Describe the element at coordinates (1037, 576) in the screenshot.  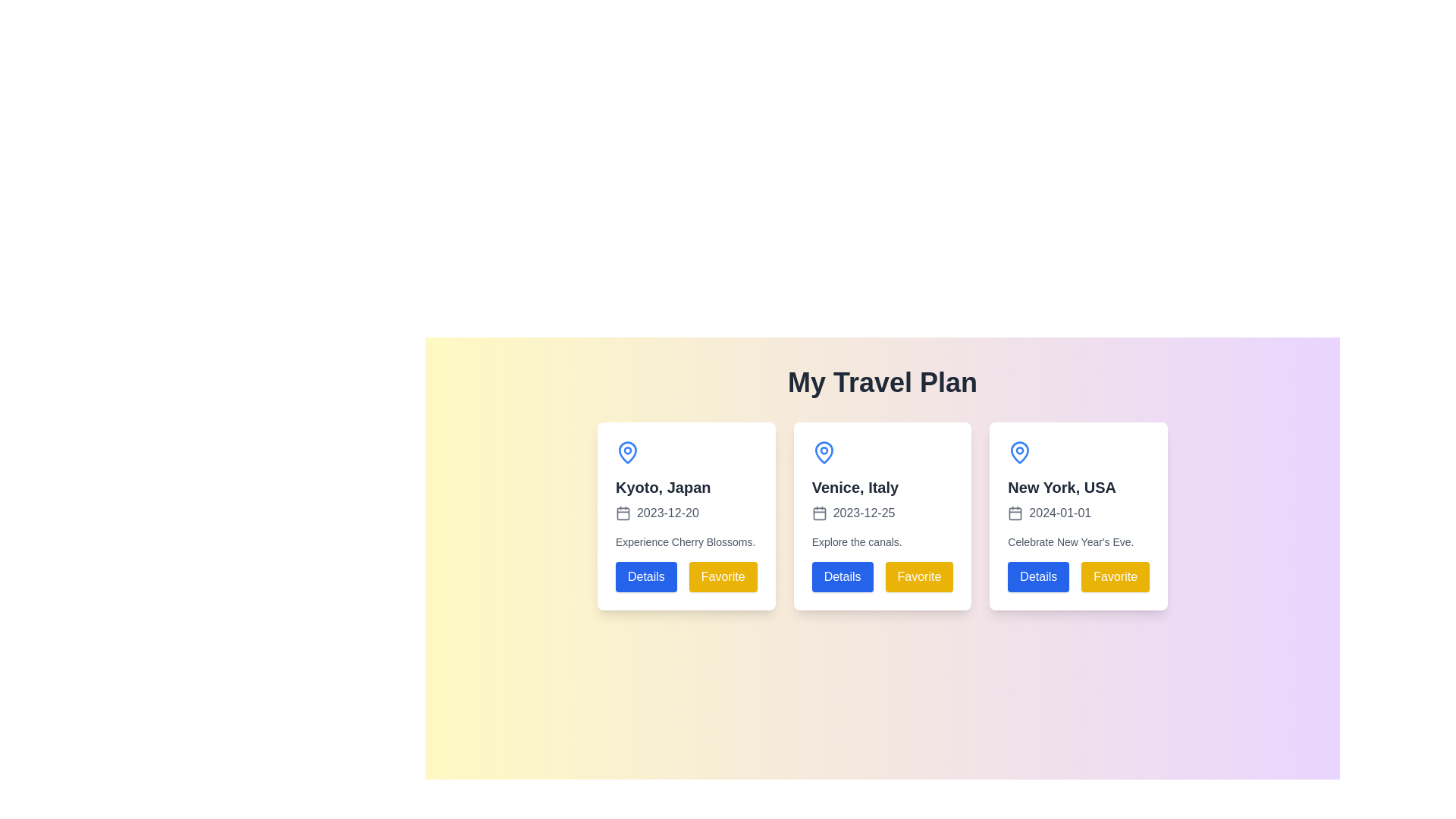
I see `the 'Details' button located in the bottom section of the card for 'New York, USA'` at that location.